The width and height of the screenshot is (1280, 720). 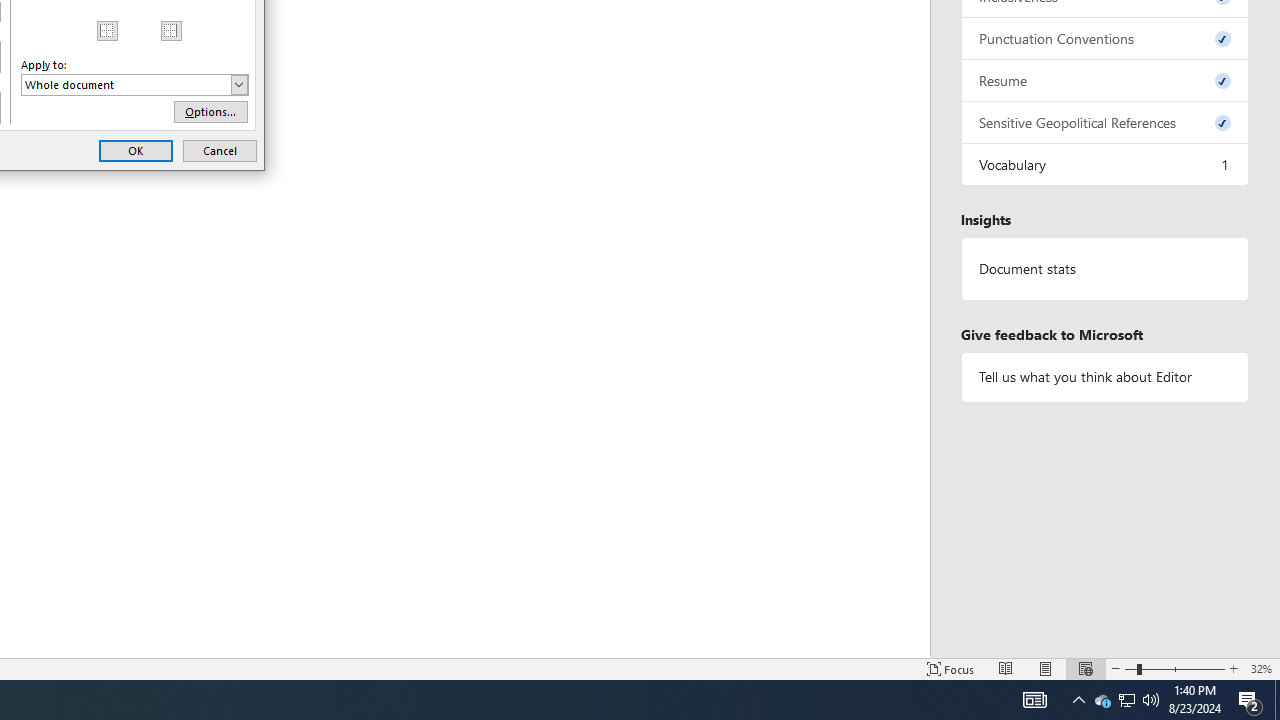 I want to click on 'Cancel', so click(x=220, y=149).